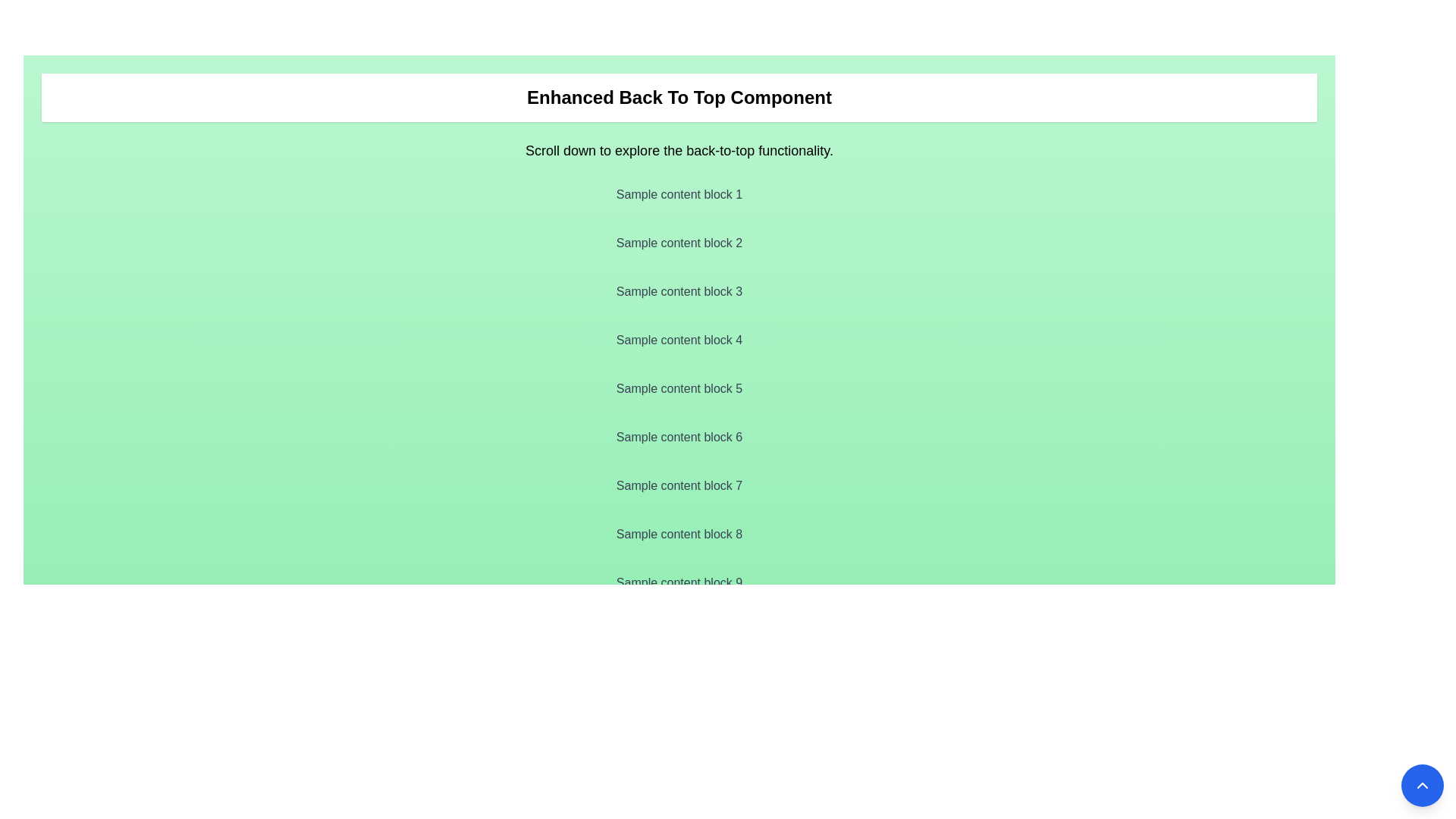 The width and height of the screenshot is (1456, 819). What do you see at coordinates (679, 534) in the screenshot?
I see `text displayed in the eighth content block titled 'Sample content block' located in the main scrollable section of the page` at bounding box center [679, 534].